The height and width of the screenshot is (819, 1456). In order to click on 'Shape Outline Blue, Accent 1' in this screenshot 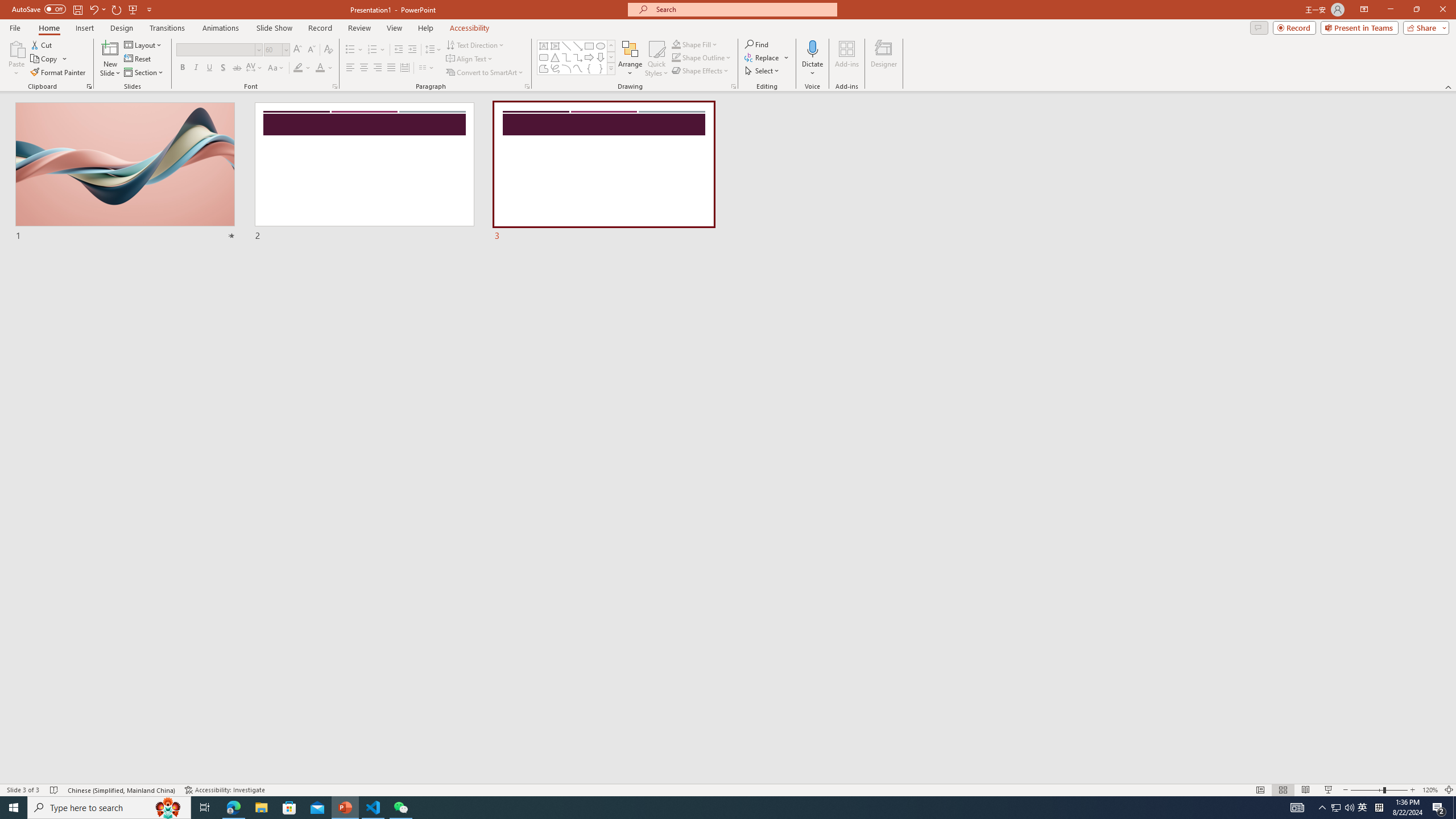, I will do `click(676, 56)`.